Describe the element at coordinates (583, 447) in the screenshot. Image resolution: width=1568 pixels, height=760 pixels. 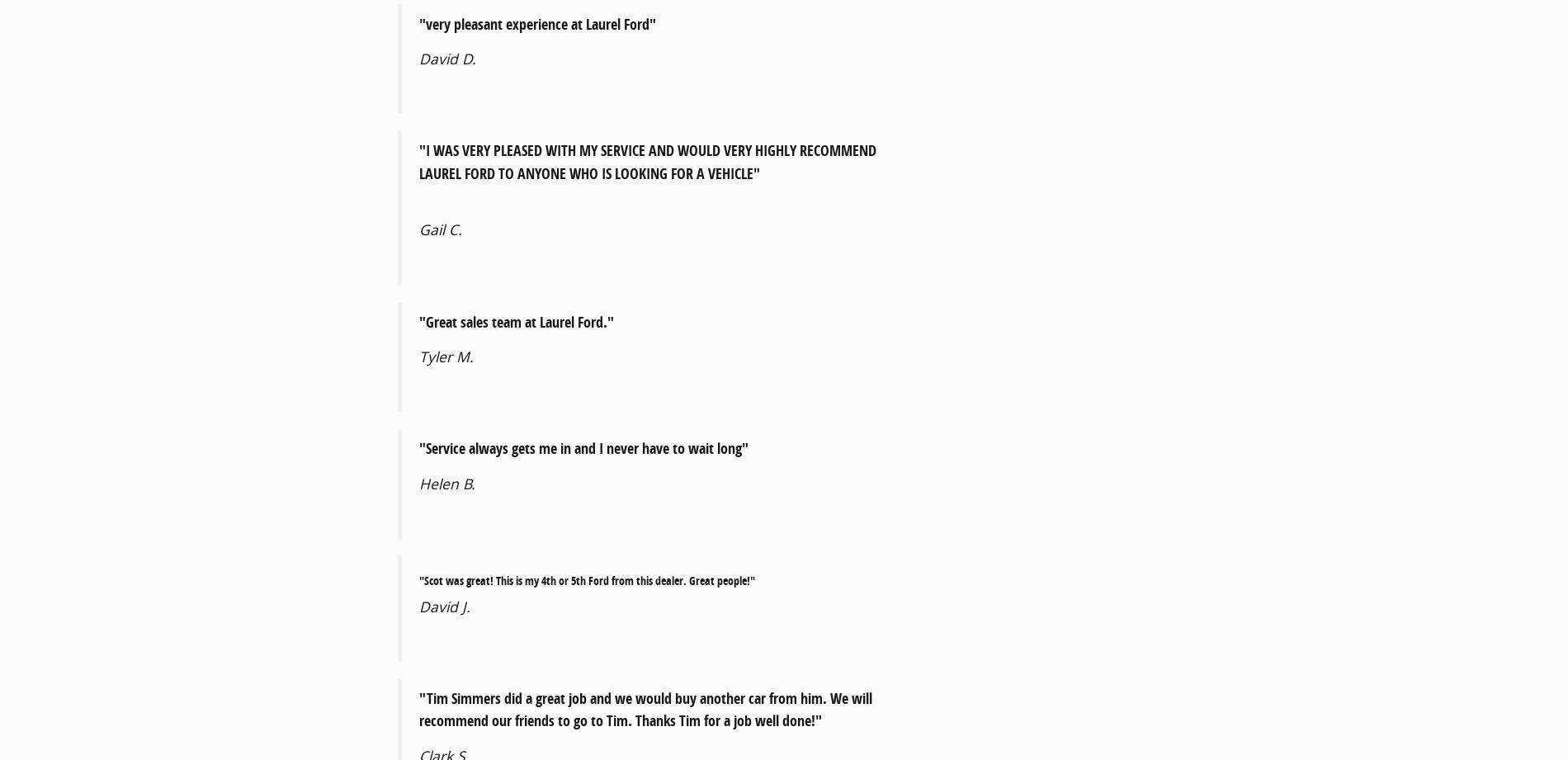
I see `'"Service always gets me in and I never have to wait 
long"'` at that location.